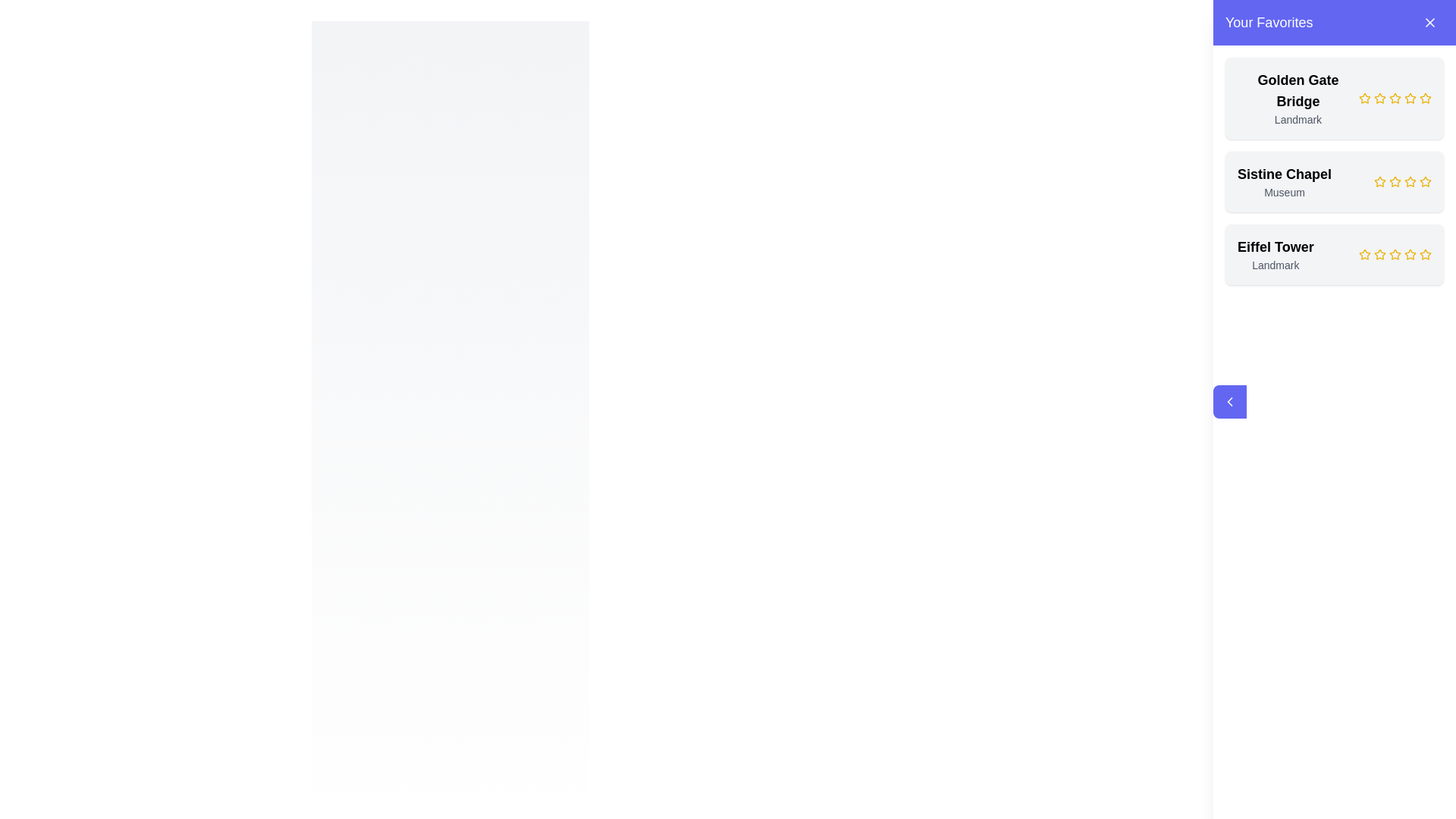 Image resolution: width=1456 pixels, height=819 pixels. What do you see at coordinates (1230, 400) in the screenshot?
I see `the leftward arrow button styled in rich indigo color` at bounding box center [1230, 400].